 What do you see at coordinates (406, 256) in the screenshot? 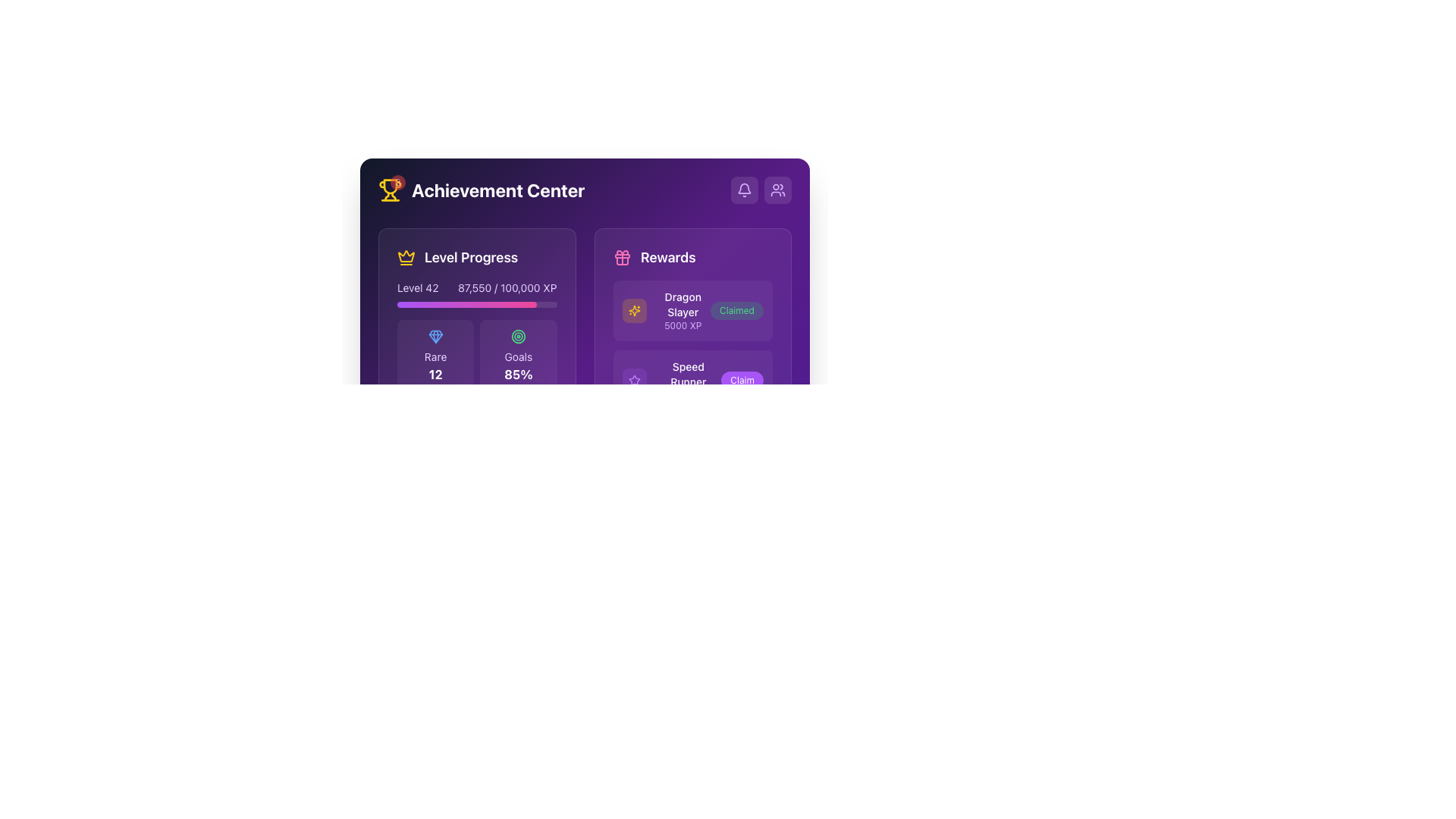
I see `the crown-shaped icon with a yellow outline located at the top-left corner of the 'Level Progress' section` at bounding box center [406, 256].